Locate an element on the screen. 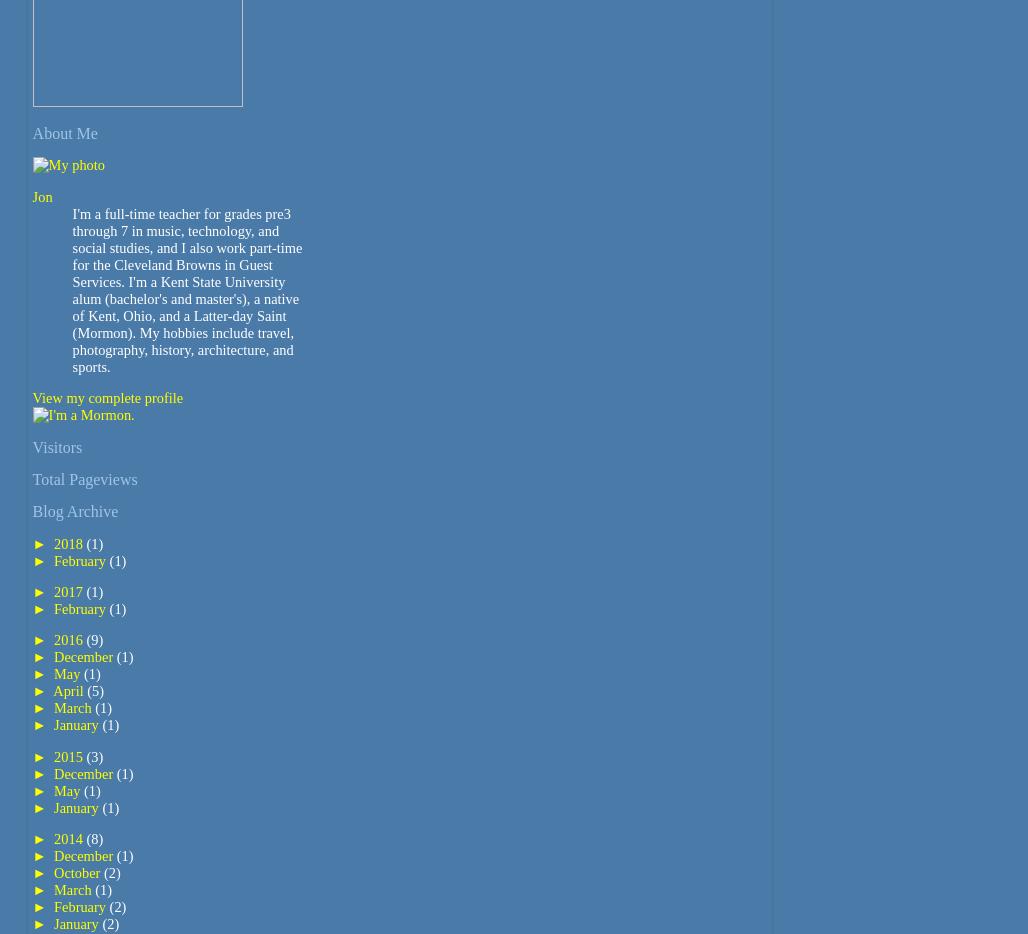 This screenshot has width=1028, height=934. '2016' is located at coordinates (69, 639).